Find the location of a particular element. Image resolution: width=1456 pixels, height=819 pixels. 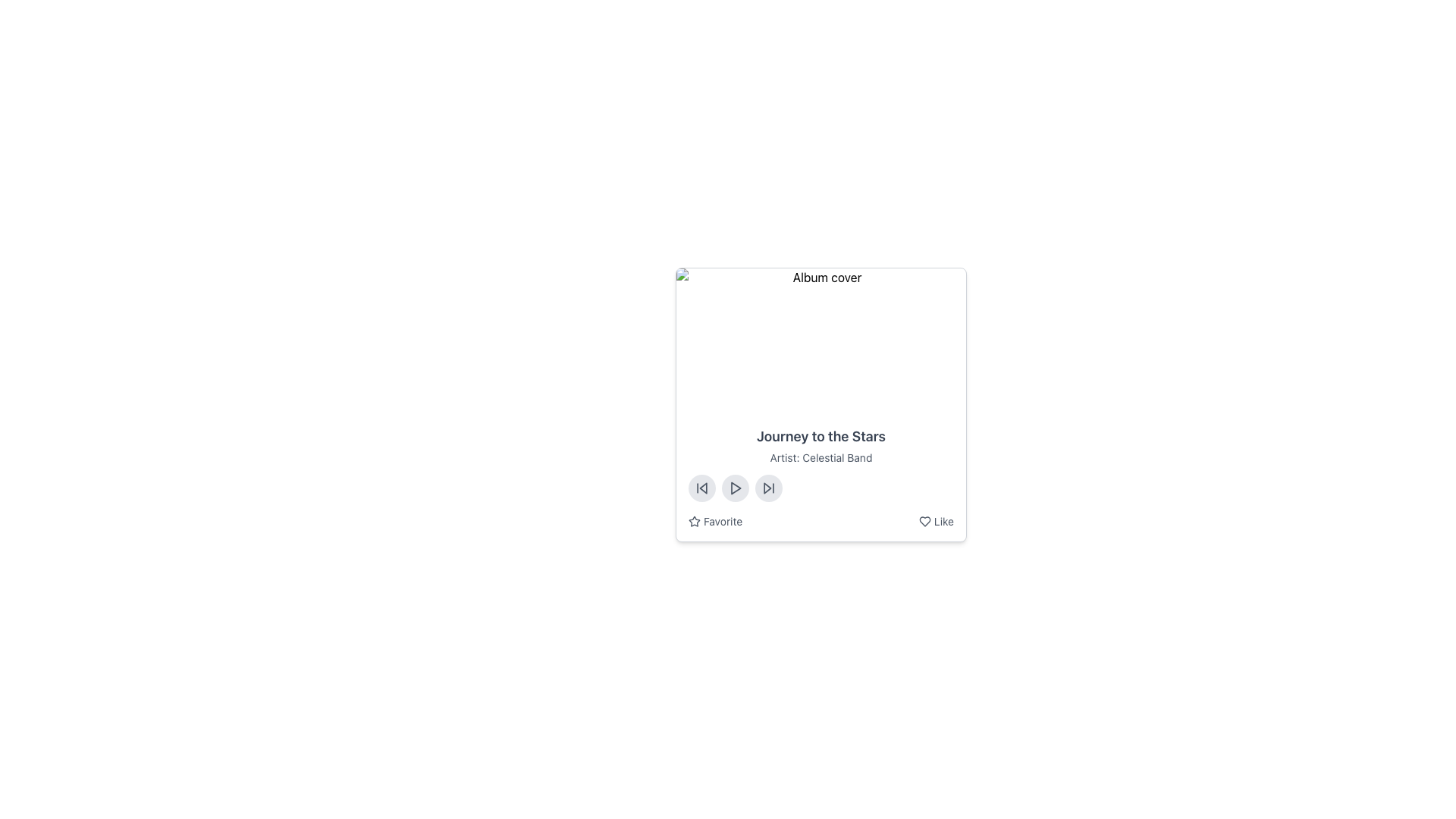

the heart-shaped icon on the left of the 'Like' label to like or unlike the content is located at coordinates (924, 520).